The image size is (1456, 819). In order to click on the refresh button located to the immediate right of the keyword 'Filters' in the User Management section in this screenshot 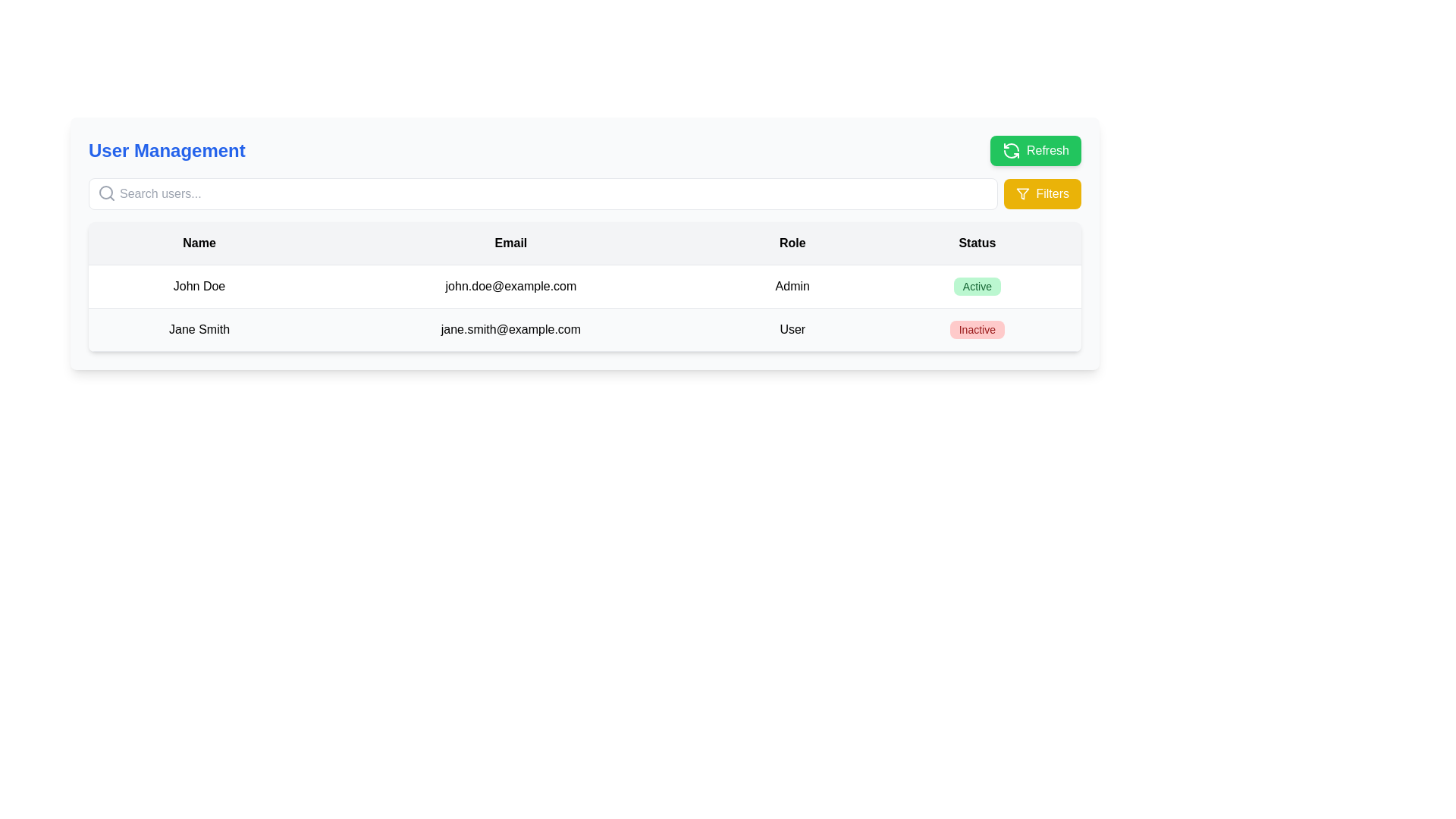, I will do `click(1034, 151)`.